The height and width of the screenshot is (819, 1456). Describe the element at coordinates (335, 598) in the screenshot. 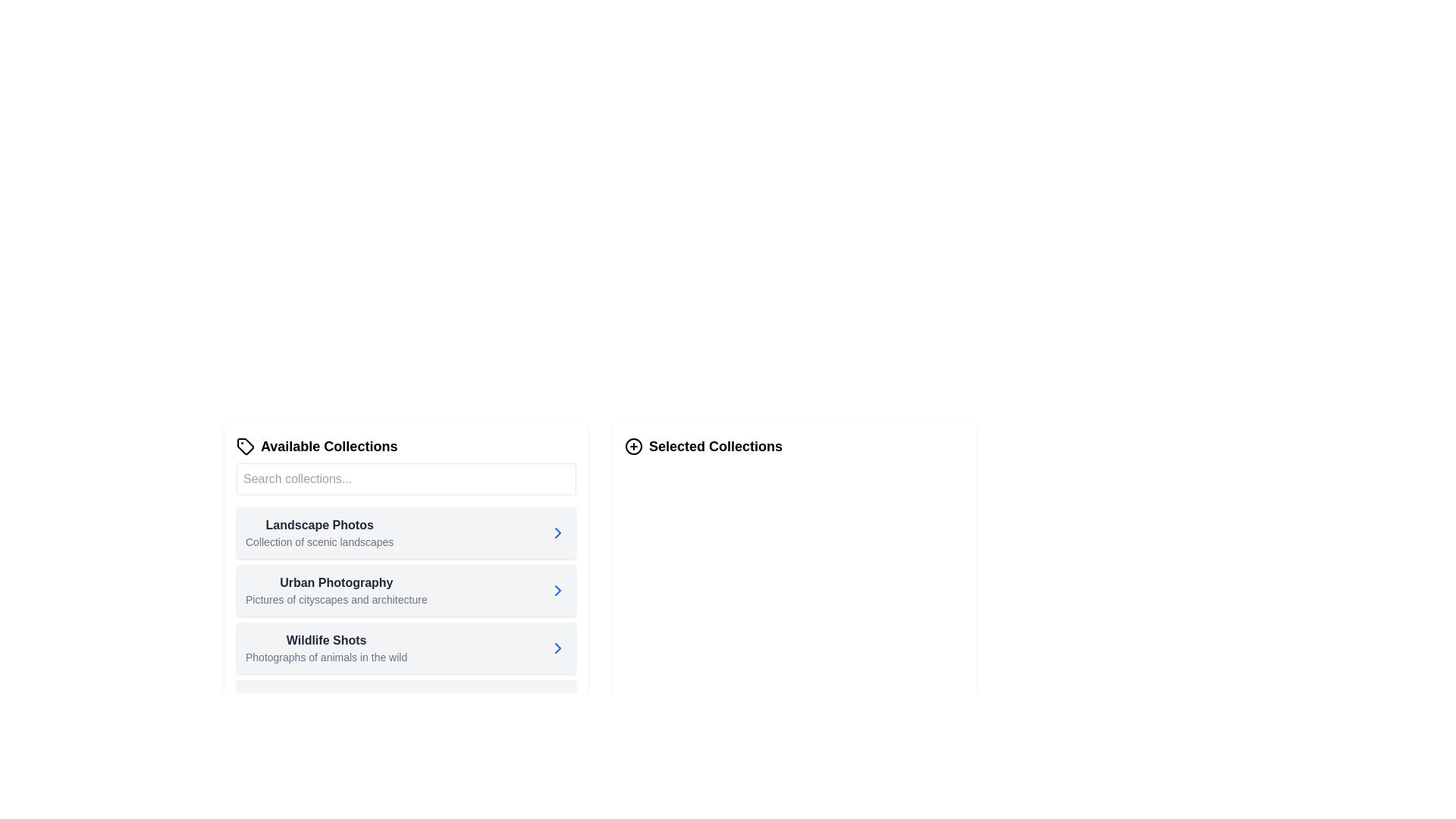

I see `text label element that contains 'Pictures of cityscapes and architecture.' located underneath the heading 'Urban Photography' in the 'Available Collections' section` at that location.